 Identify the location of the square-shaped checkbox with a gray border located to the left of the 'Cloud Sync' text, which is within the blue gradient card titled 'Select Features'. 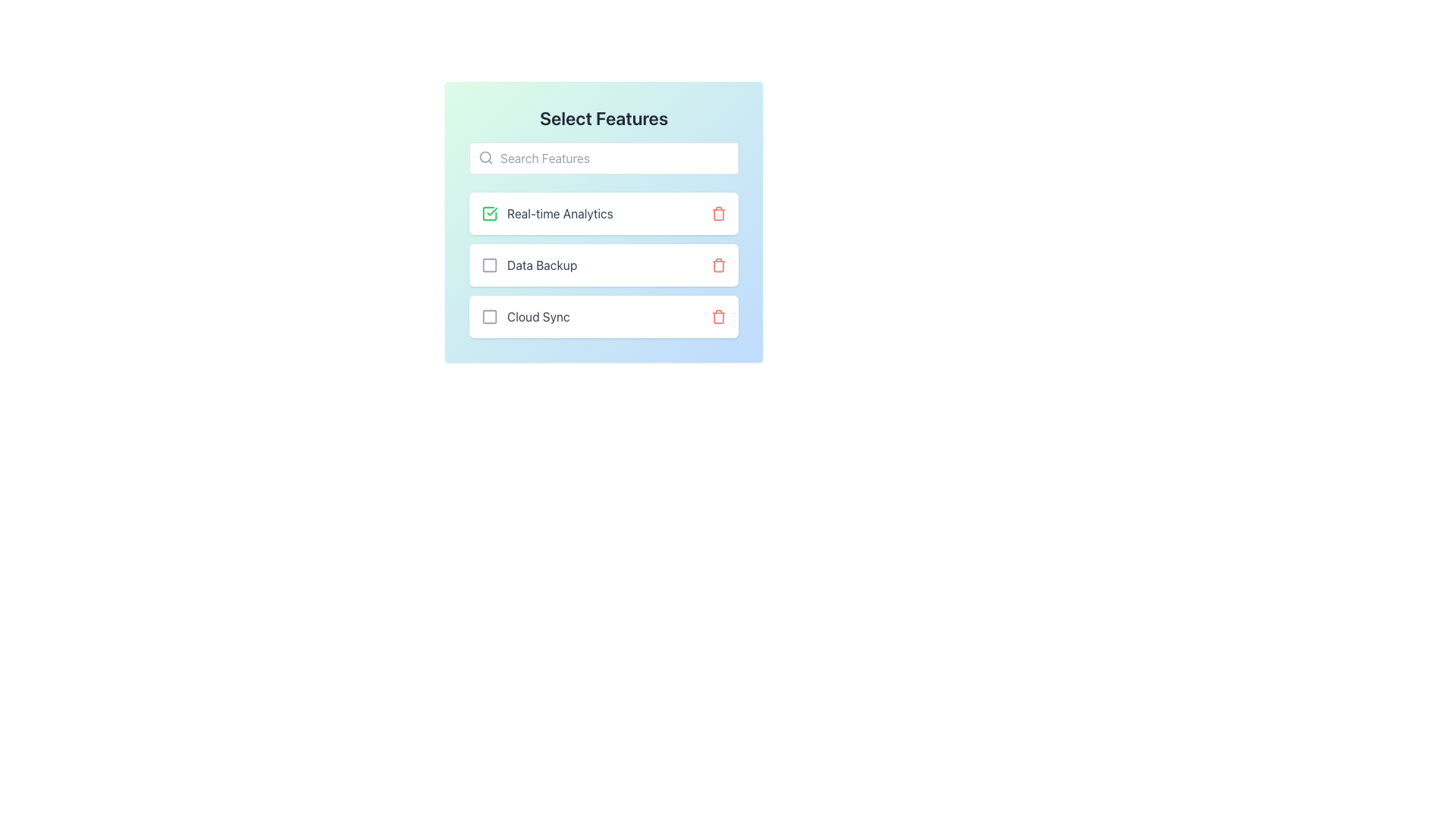
(490, 315).